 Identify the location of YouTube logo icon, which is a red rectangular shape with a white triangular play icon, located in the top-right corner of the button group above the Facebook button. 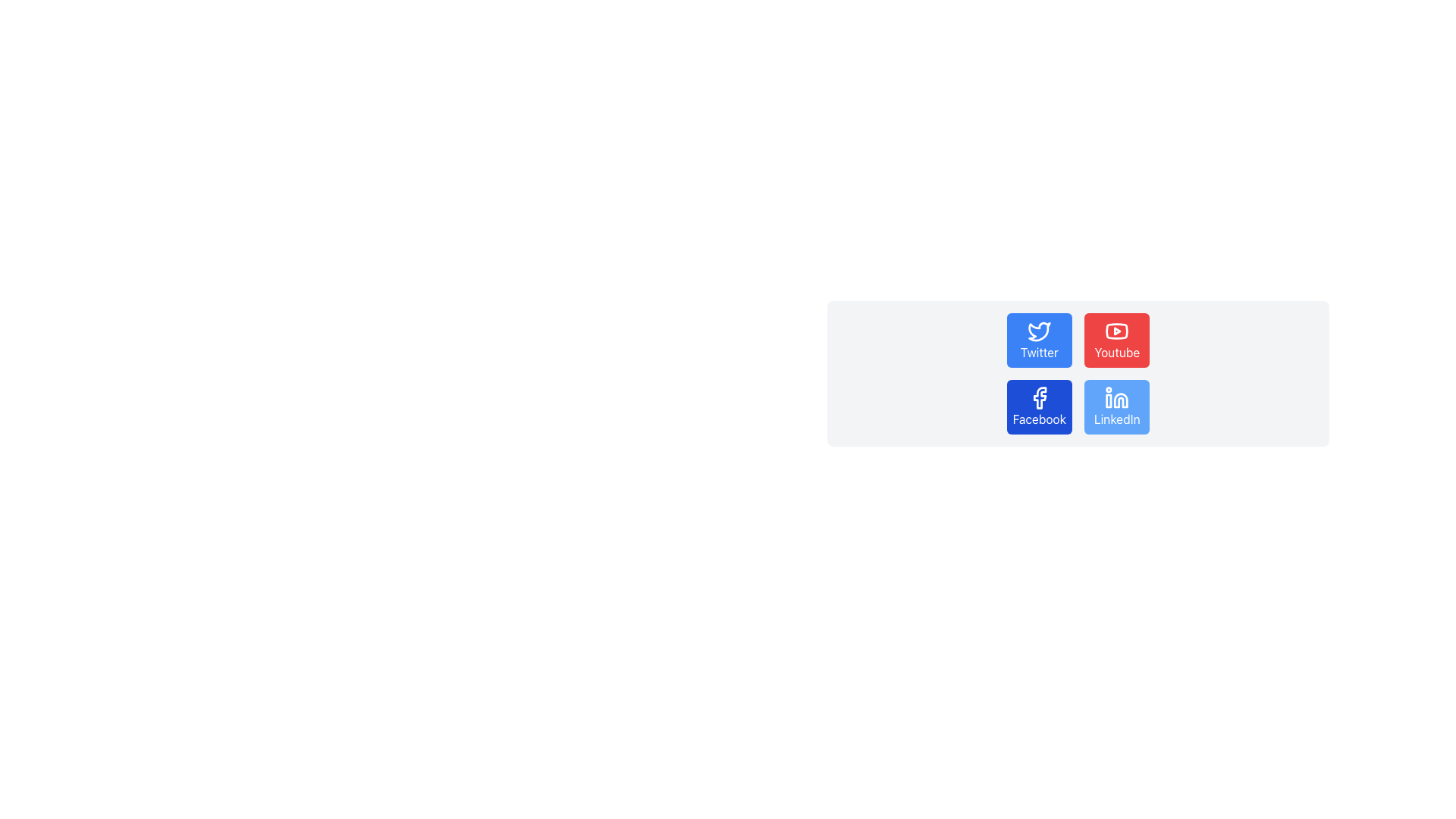
(1117, 330).